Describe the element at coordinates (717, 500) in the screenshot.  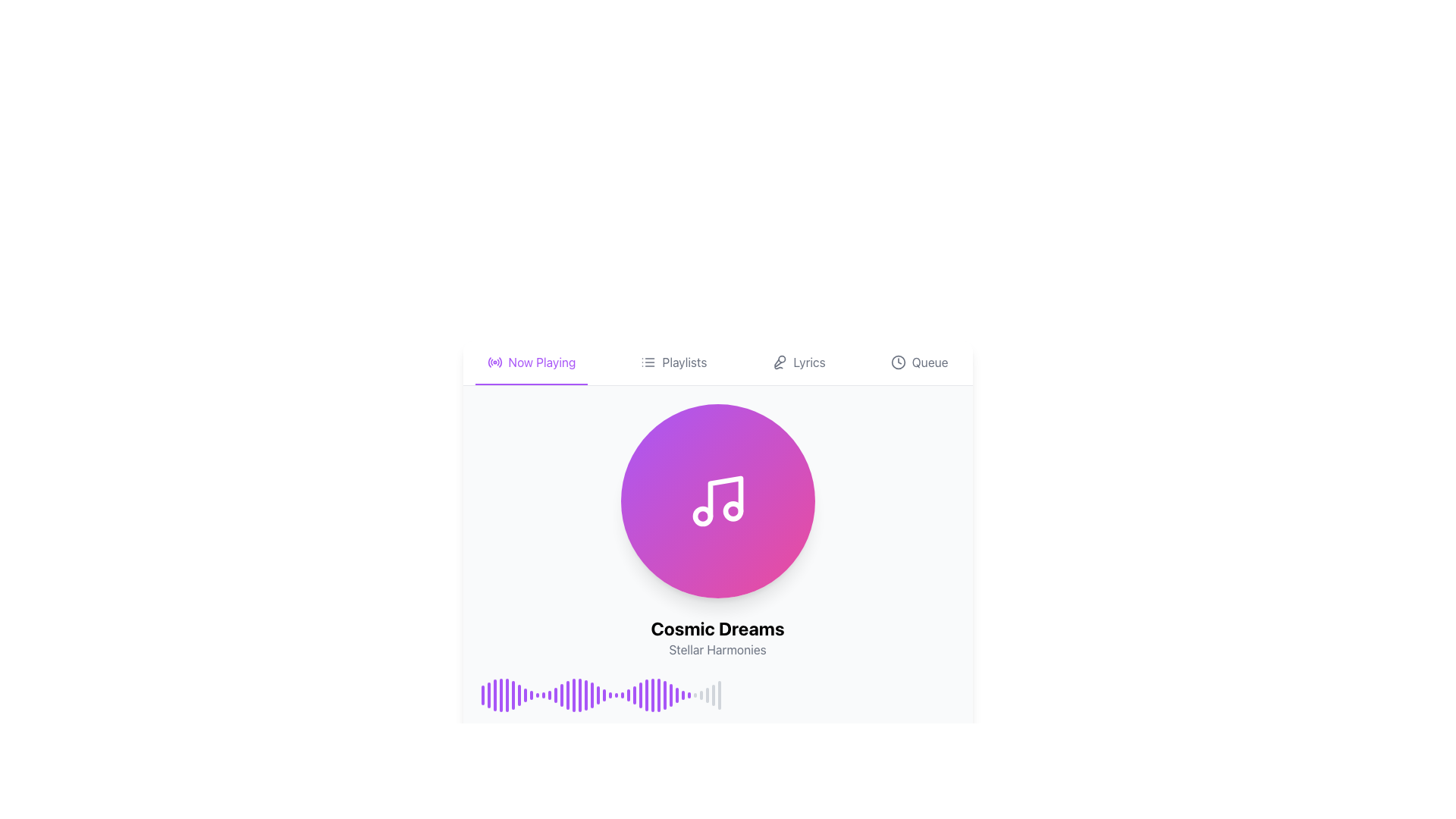
I see `the musical note icon, which is rendered in white on a purple-to-pink gradient circular background, located in the center of the 'Now Playing' music player interface` at that location.